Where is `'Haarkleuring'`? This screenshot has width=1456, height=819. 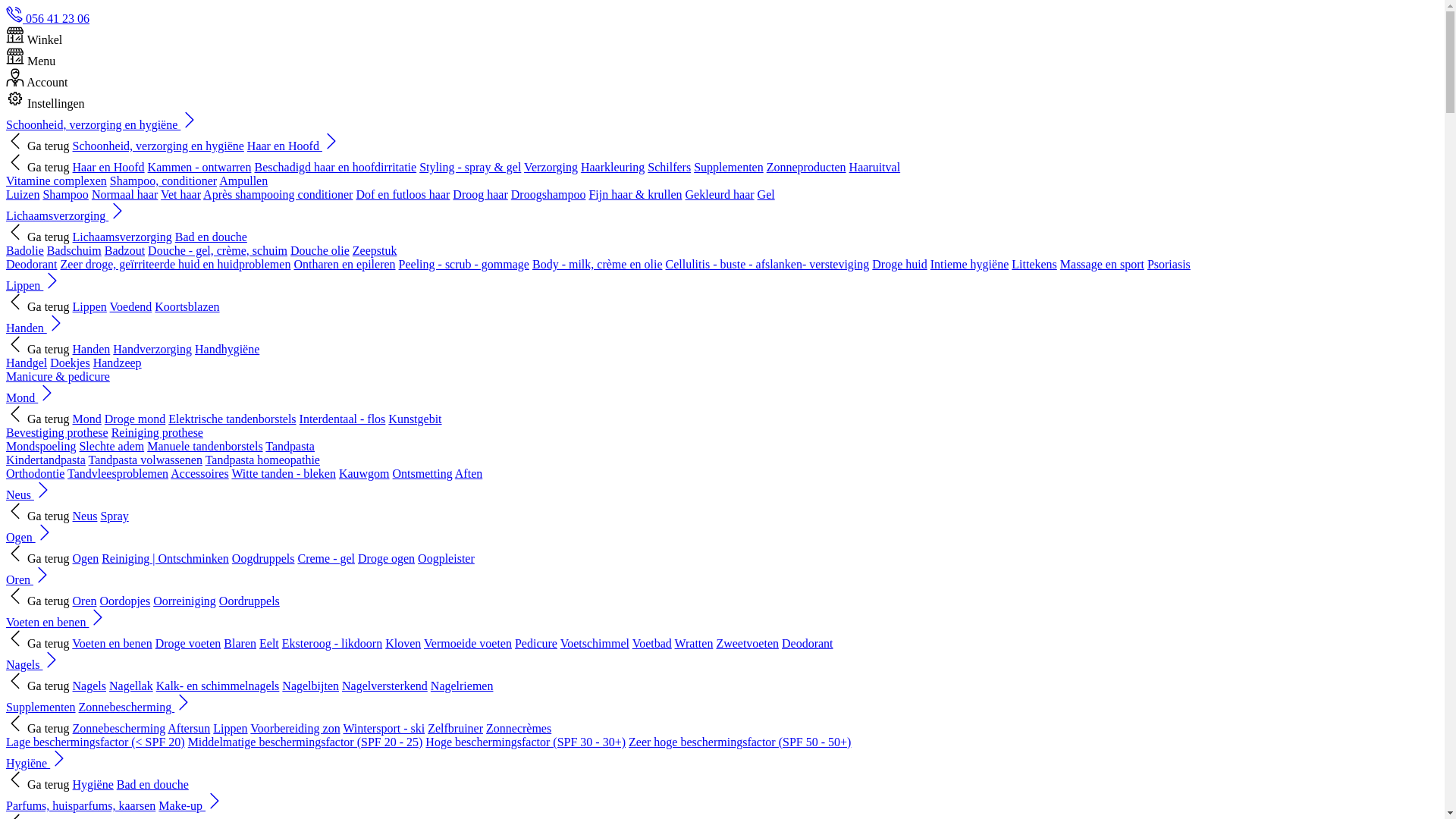 'Haarkleuring' is located at coordinates (612, 167).